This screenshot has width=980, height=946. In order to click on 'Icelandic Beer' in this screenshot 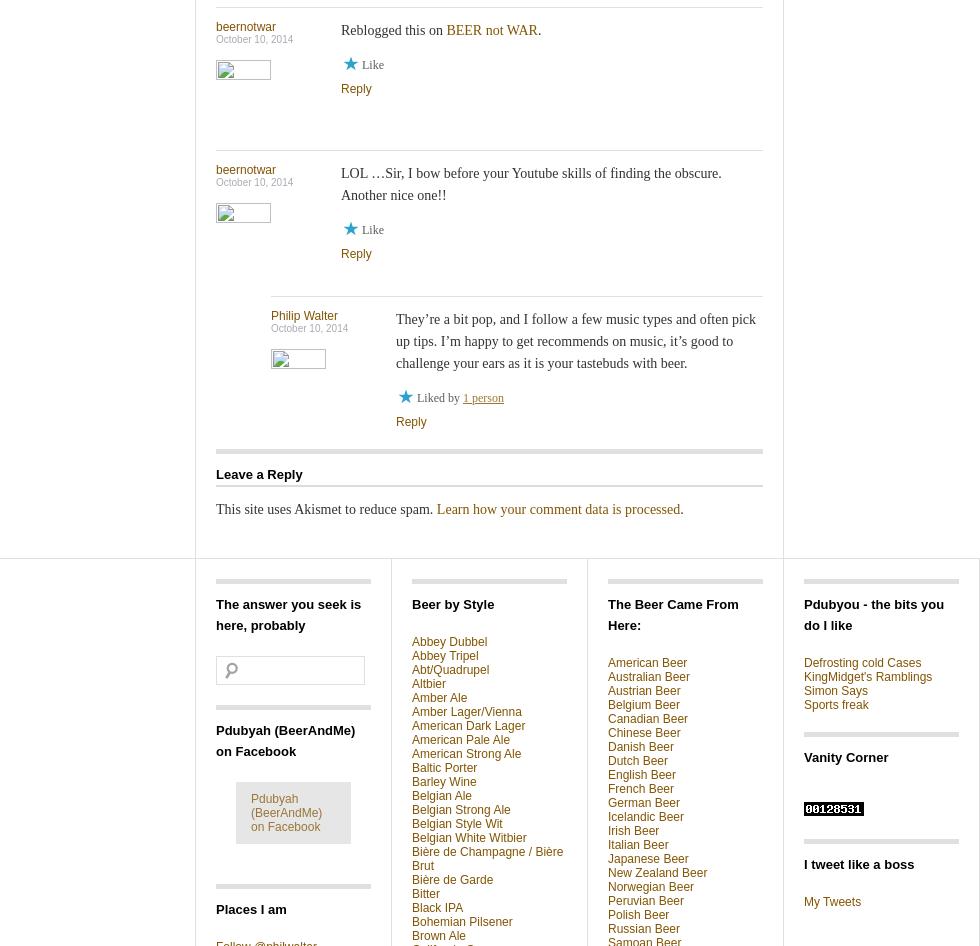, I will do `click(646, 816)`.